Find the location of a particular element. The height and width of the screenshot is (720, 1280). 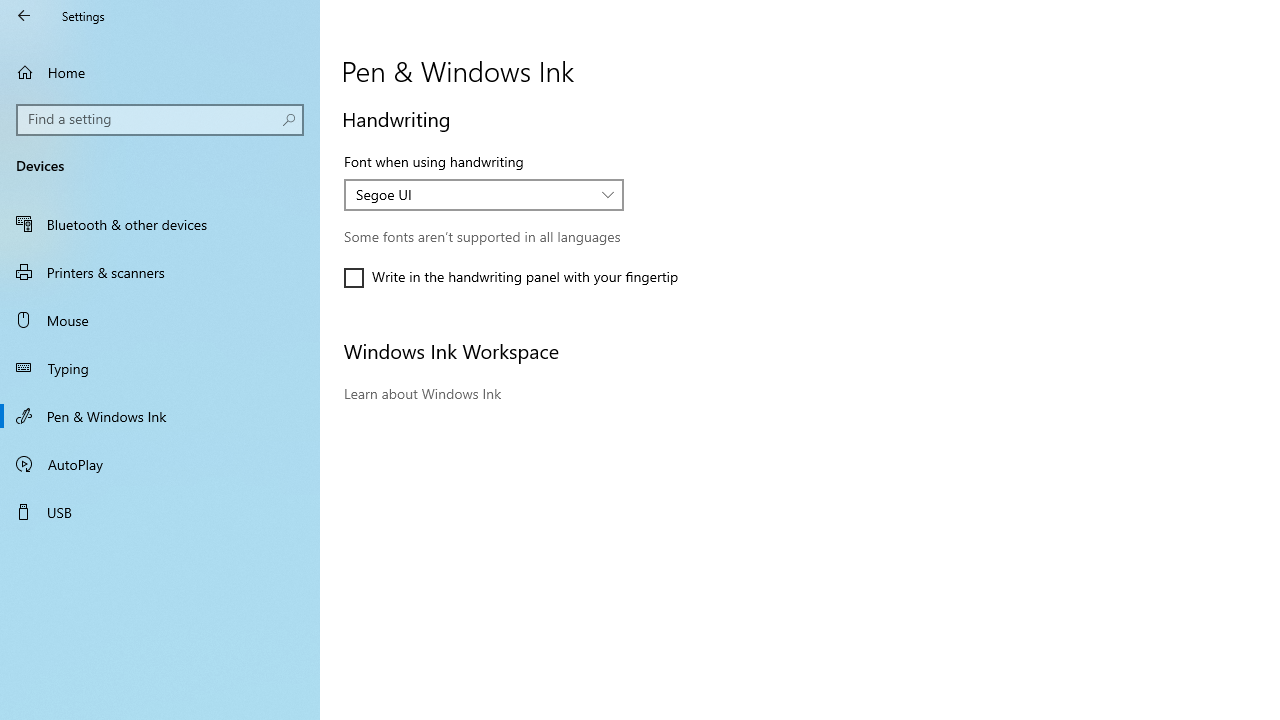

'Pen & Windows Ink' is located at coordinates (160, 414).